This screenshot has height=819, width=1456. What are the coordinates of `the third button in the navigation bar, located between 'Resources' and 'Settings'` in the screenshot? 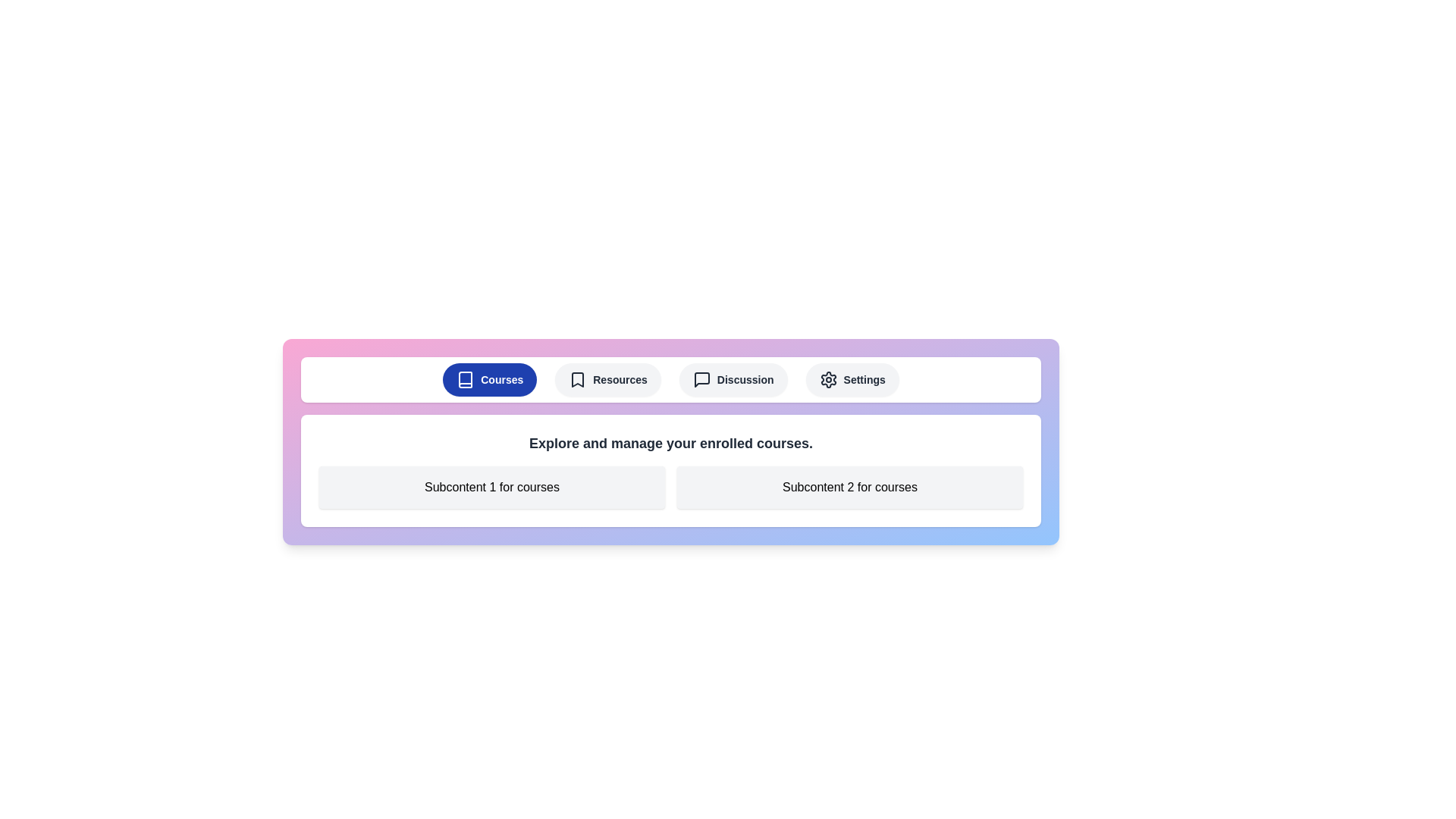 It's located at (733, 379).